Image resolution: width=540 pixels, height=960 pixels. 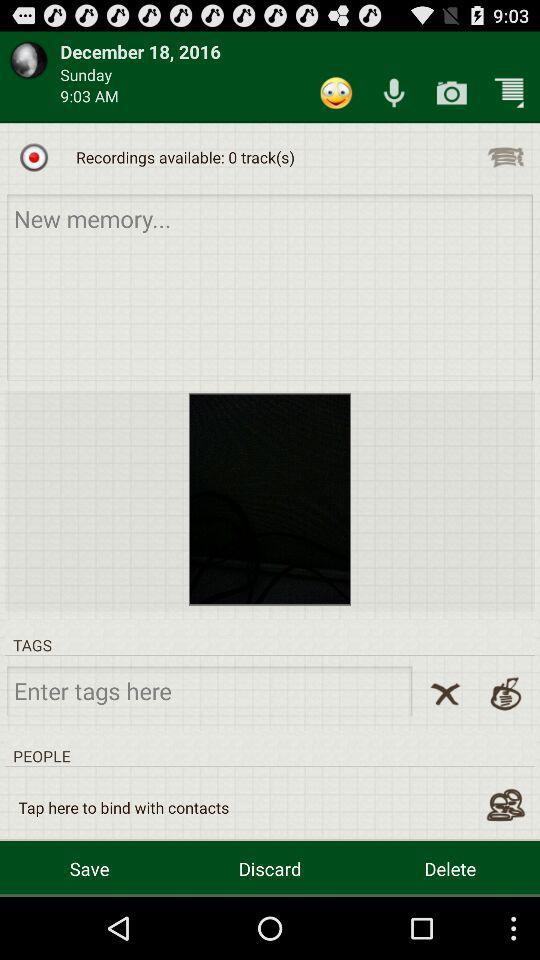 I want to click on the microphone icon, so click(x=394, y=99).